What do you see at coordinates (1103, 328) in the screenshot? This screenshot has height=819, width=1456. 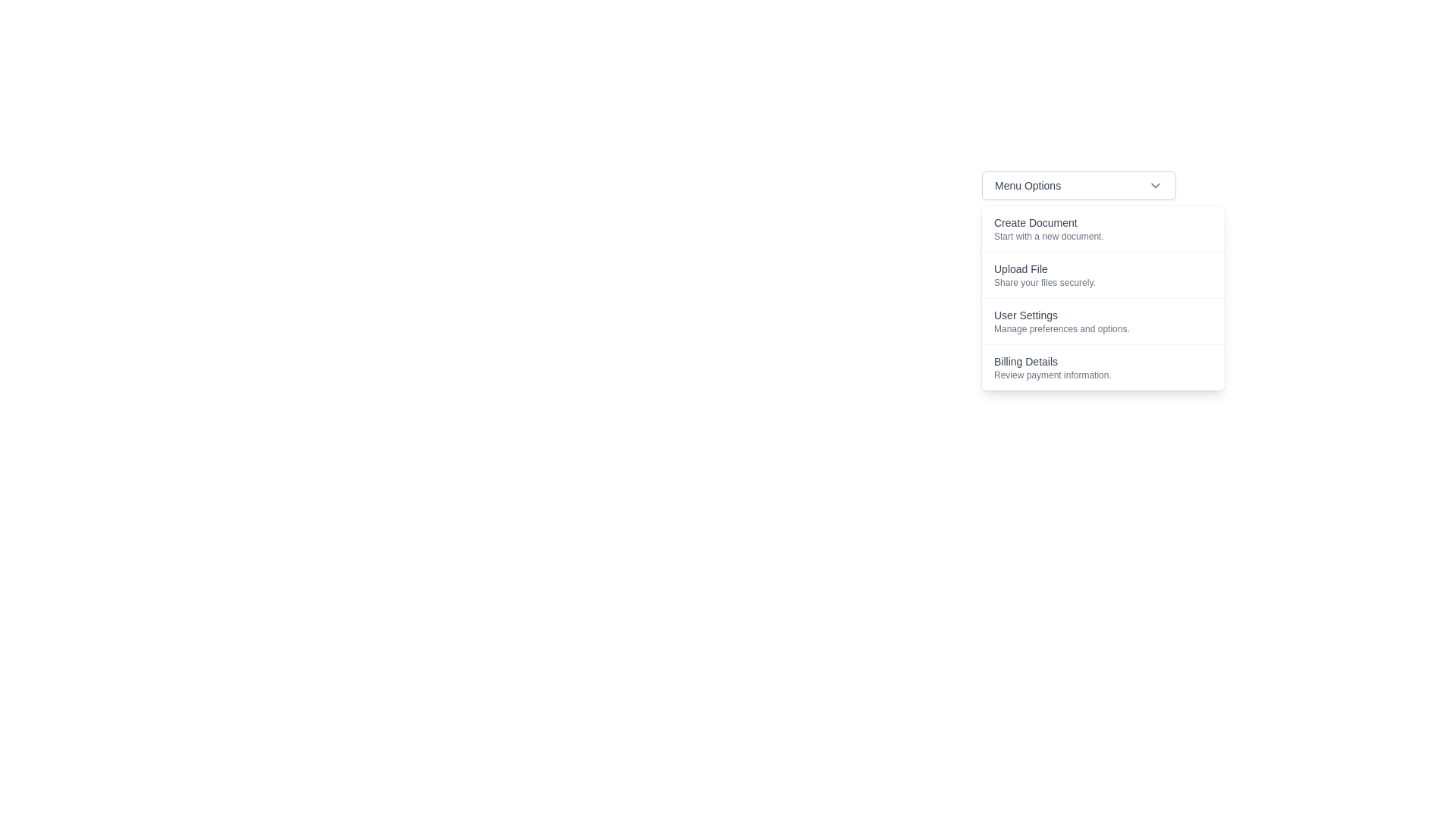 I see `the text label that reads 'Manage preferences and options.' which is positioned directly below the 'User Settings' label in the menu section` at bounding box center [1103, 328].